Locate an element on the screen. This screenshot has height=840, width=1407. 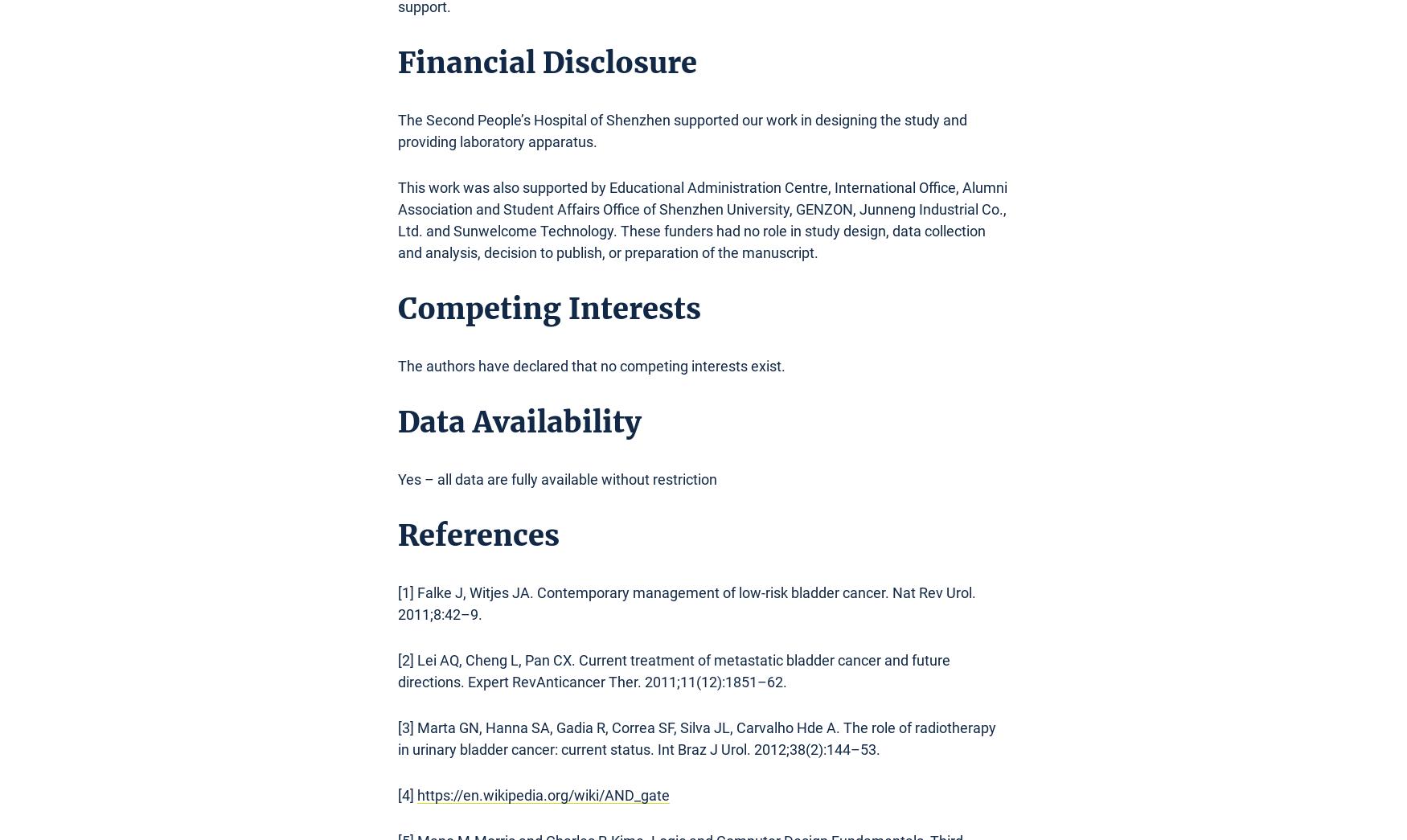
'Data Availabili' is located at coordinates (504, 422).